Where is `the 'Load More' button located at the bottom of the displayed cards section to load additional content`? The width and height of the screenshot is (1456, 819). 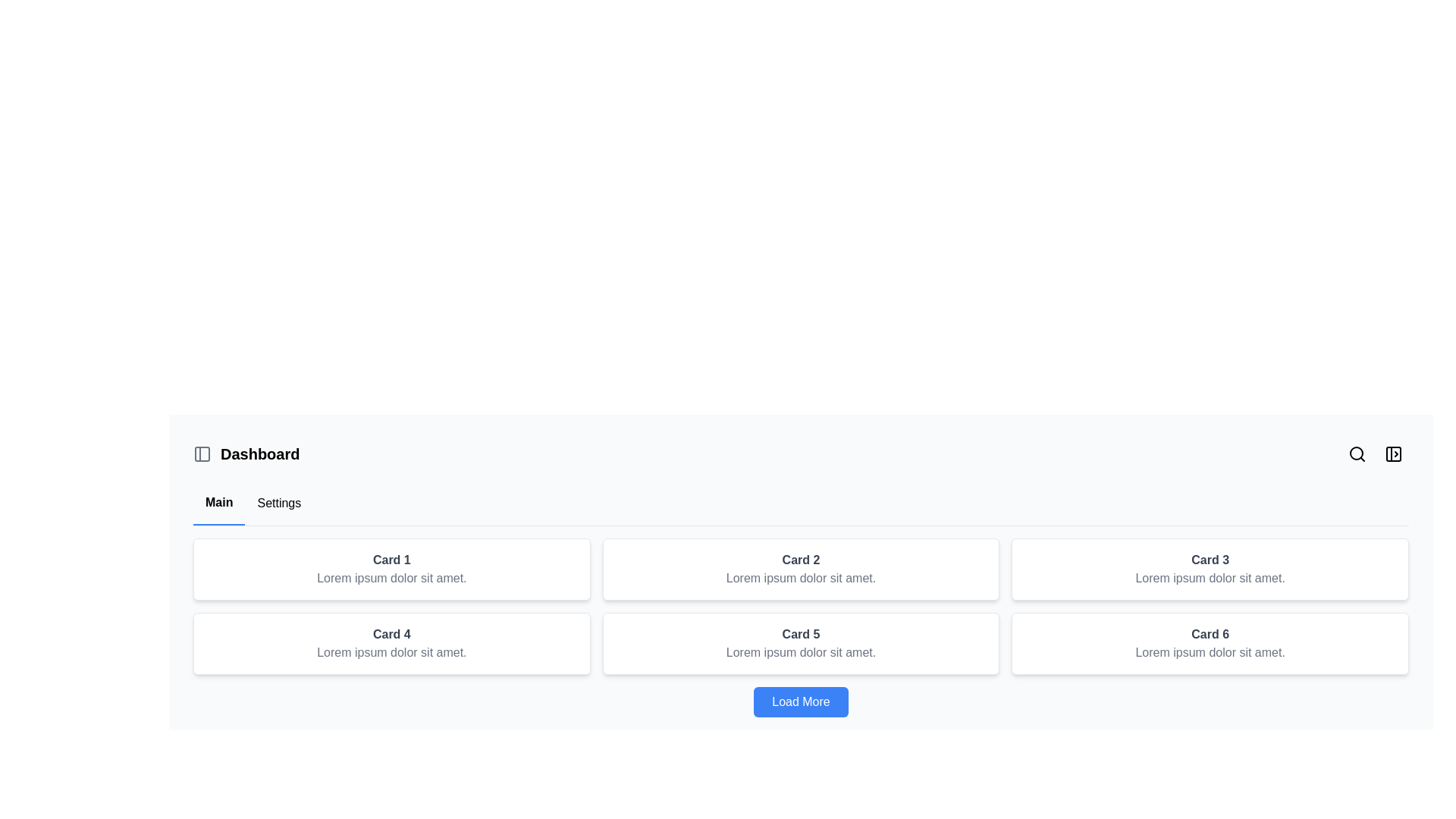
the 'Load More' button located at the bottom of the displayed cards section to load additional content is located at coordinates (800, 701).